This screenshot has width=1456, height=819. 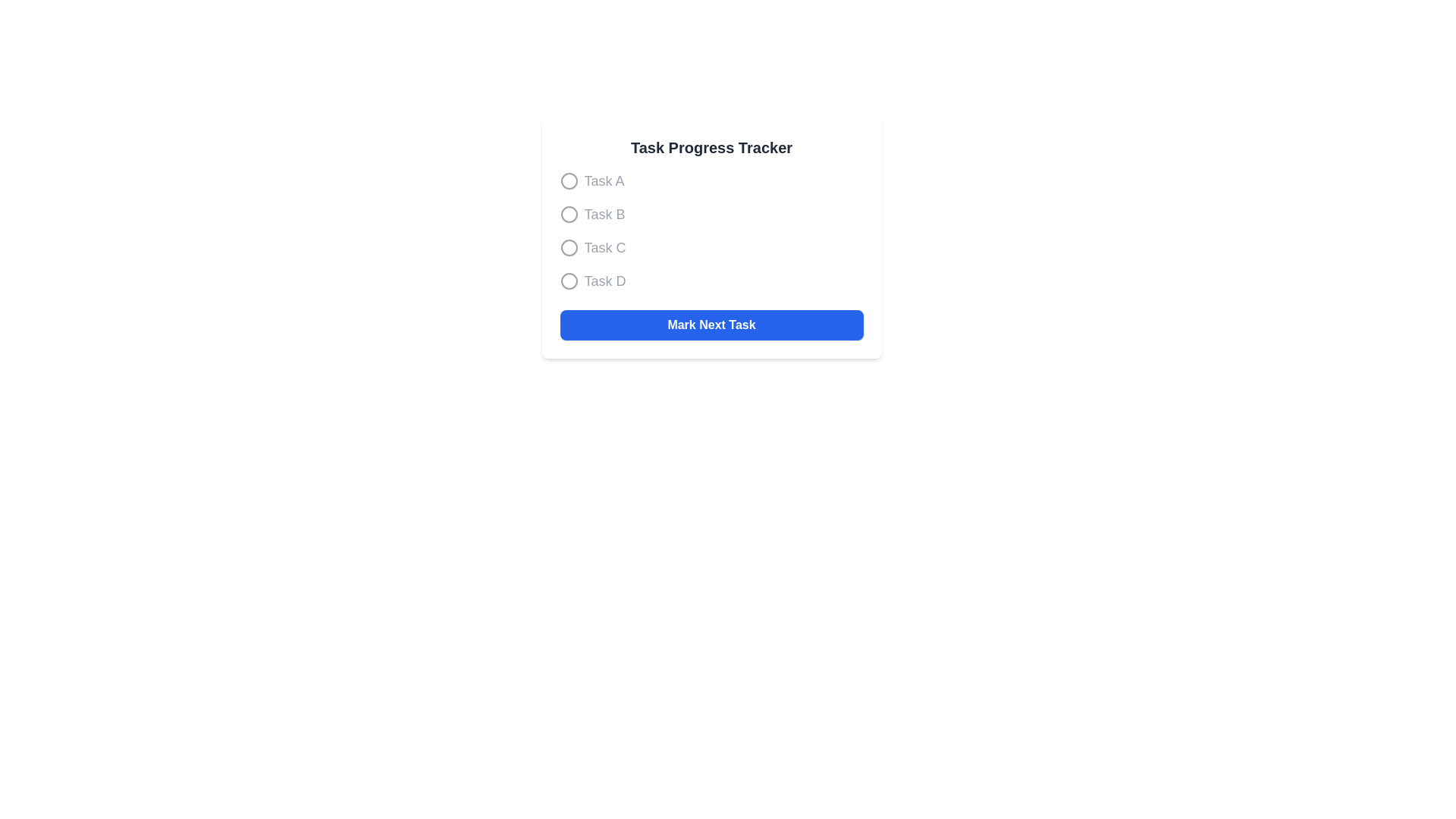 I want to click on the radio button or selection indicator for 'Task C' in the Task Progress Tracker, so click(x=568, y=247).